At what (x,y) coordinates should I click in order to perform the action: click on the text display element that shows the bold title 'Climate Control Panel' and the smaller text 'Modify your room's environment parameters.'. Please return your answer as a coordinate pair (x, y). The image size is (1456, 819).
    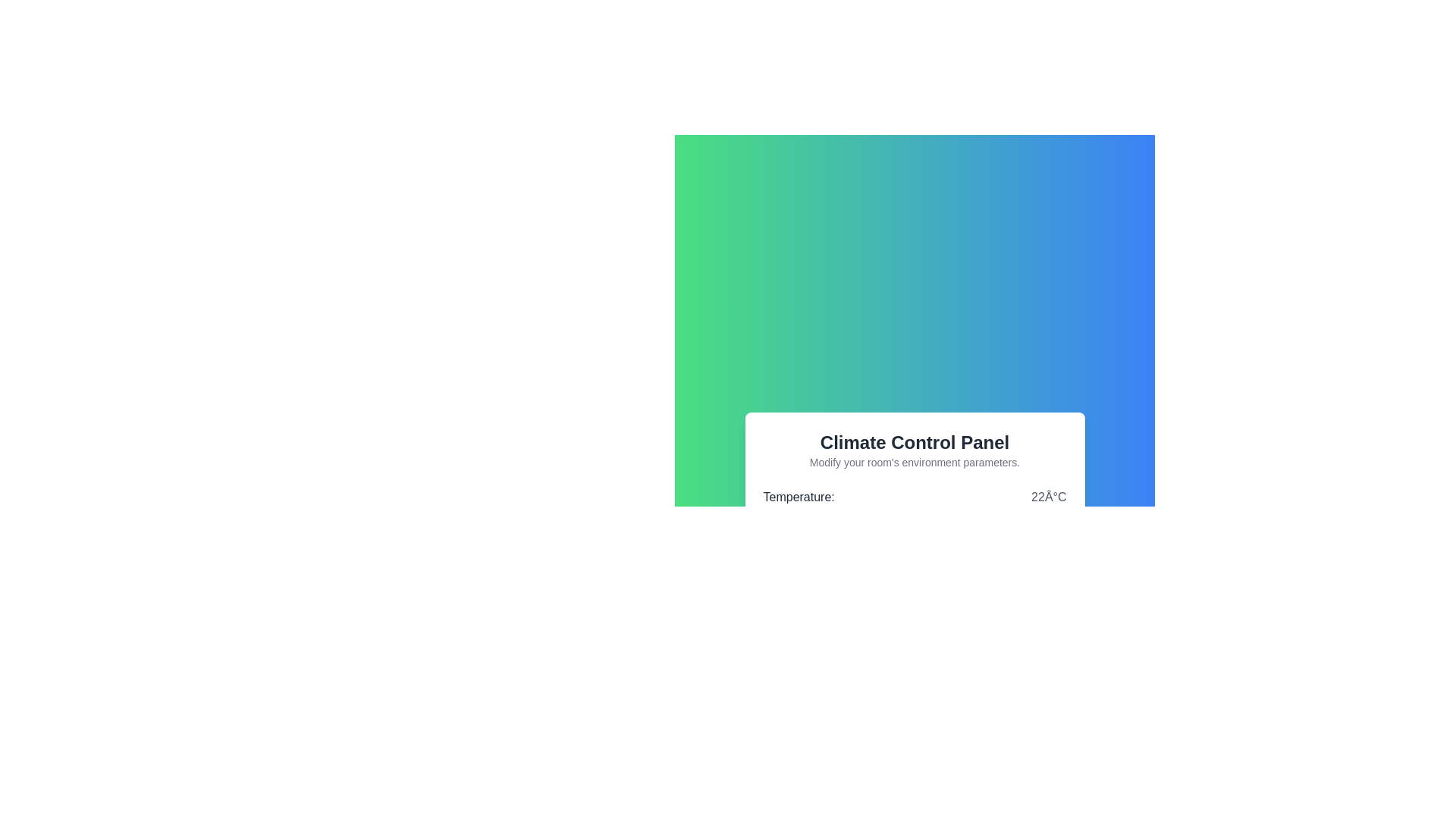
    Looking at the image, I should click on (914, 450).